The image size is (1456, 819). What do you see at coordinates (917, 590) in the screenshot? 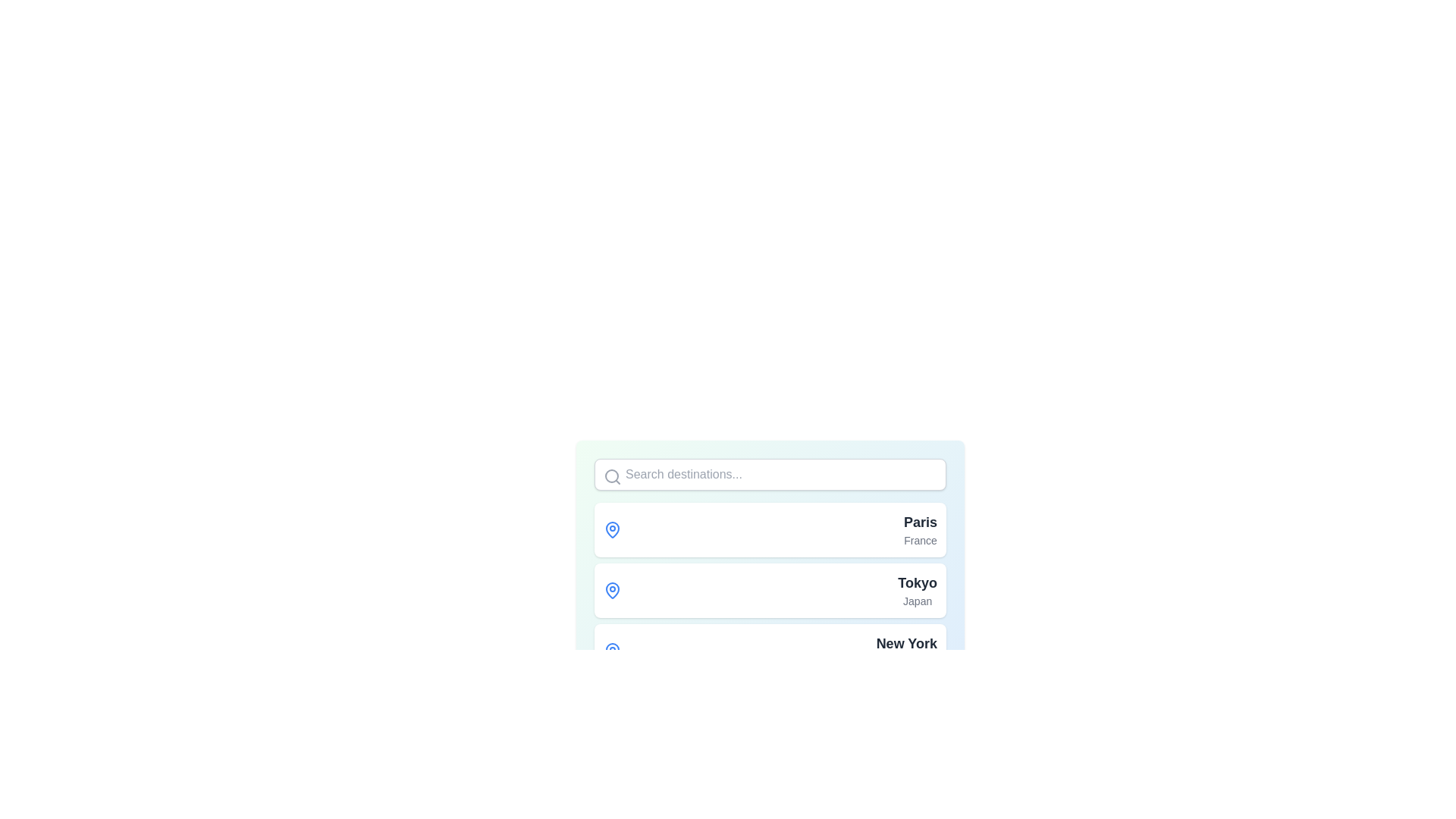
I see `to select the location displayed in the text label showing 'Tokyo' as the city name and 'Japan' as the country name, which is visually distinct with bold and large font for the city and lighter font for the country, positioned under 'Paris' and above 'New York'` at bounding box center [917, 590].